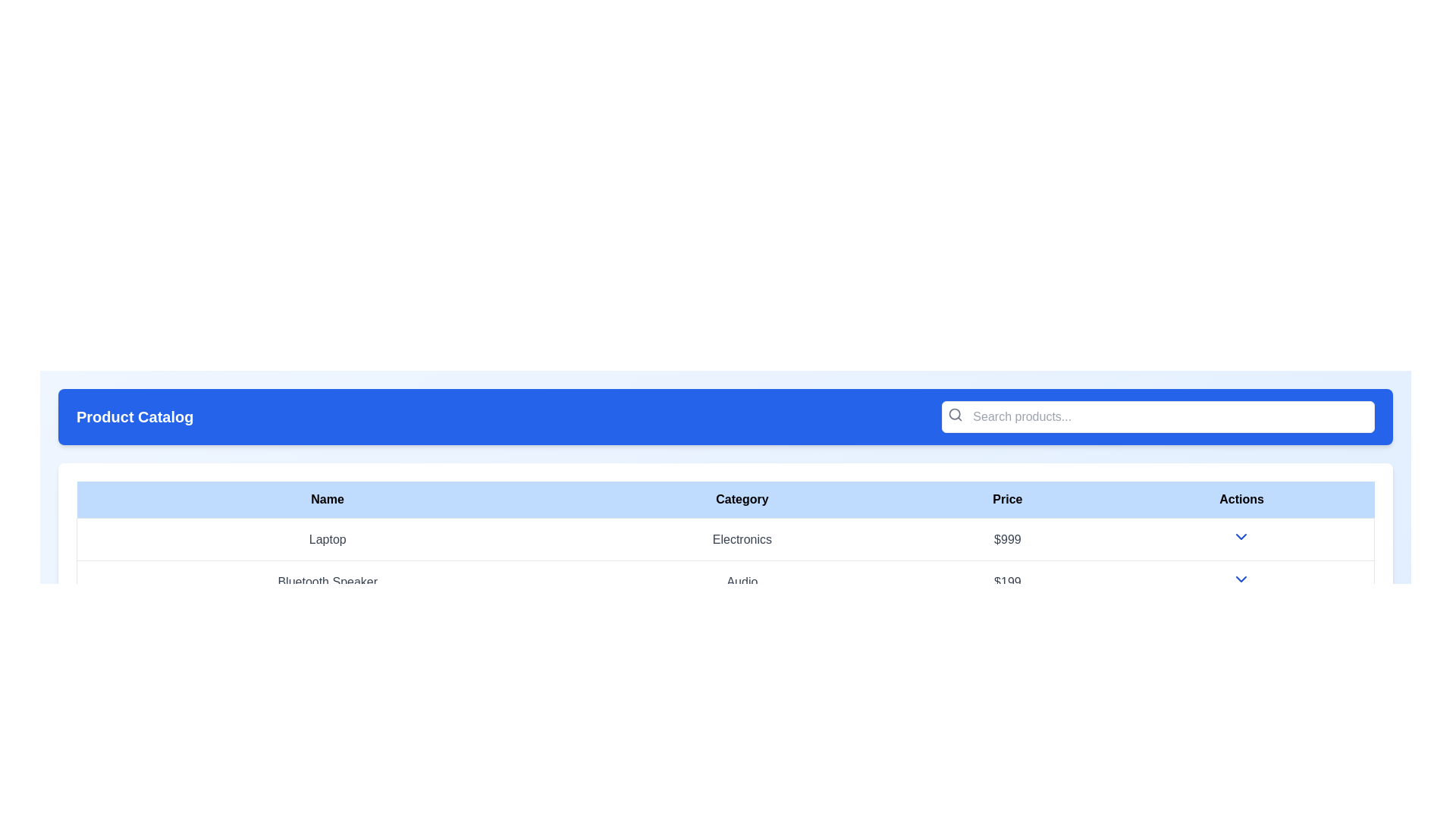  What do you see at coordinates (1241, 579) in the screenshot?
I see `the downward-facing chevron-shaped interactive icon in the 'Actions' column of the second row` at bounding box center [1241, 579].